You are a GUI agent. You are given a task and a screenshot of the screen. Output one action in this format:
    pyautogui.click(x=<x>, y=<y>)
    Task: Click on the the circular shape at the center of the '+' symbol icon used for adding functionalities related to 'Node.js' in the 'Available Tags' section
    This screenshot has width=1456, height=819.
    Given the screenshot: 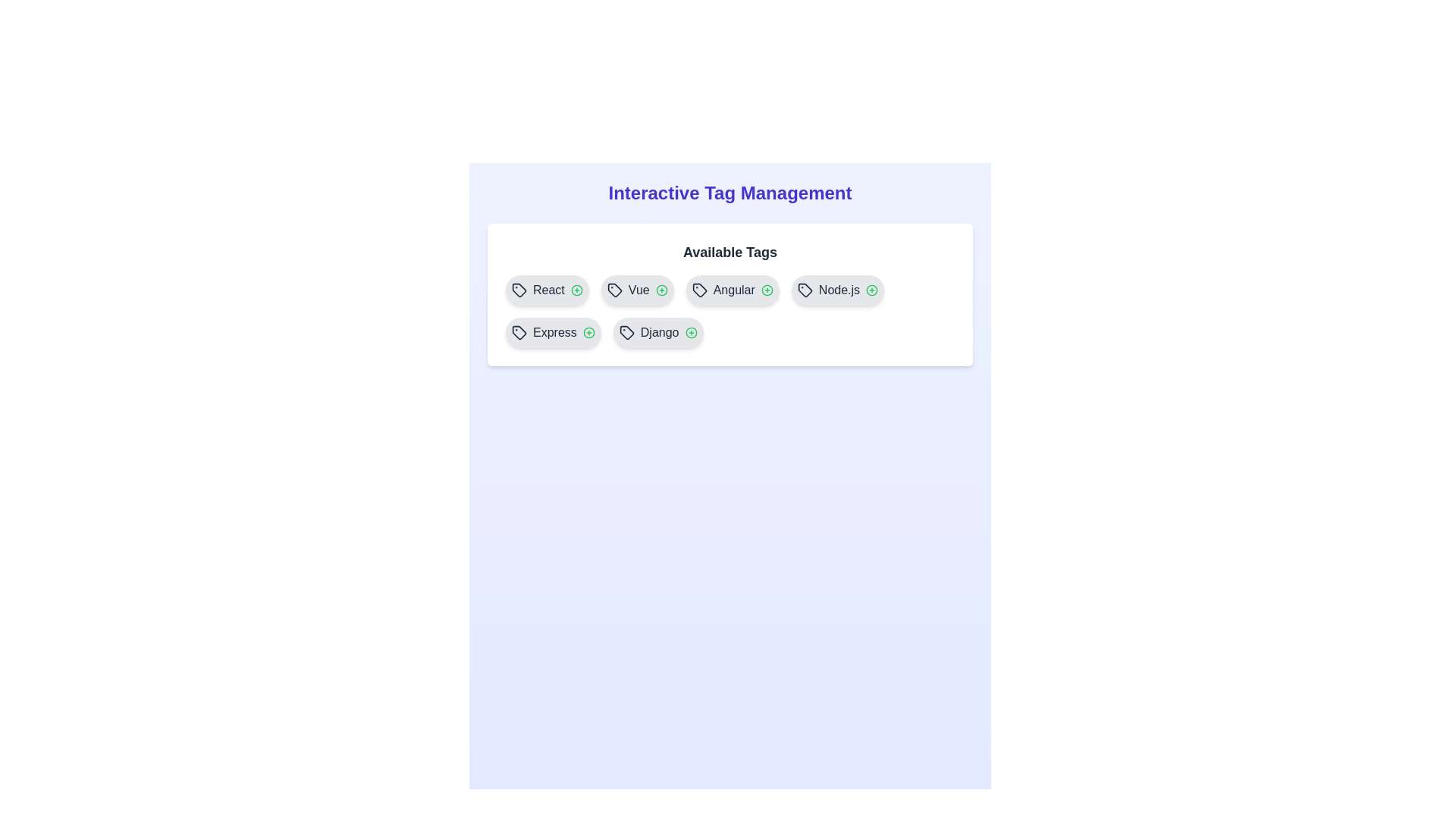 What is the action you would take?
    pyautogui.click(x=872, y=290)
    